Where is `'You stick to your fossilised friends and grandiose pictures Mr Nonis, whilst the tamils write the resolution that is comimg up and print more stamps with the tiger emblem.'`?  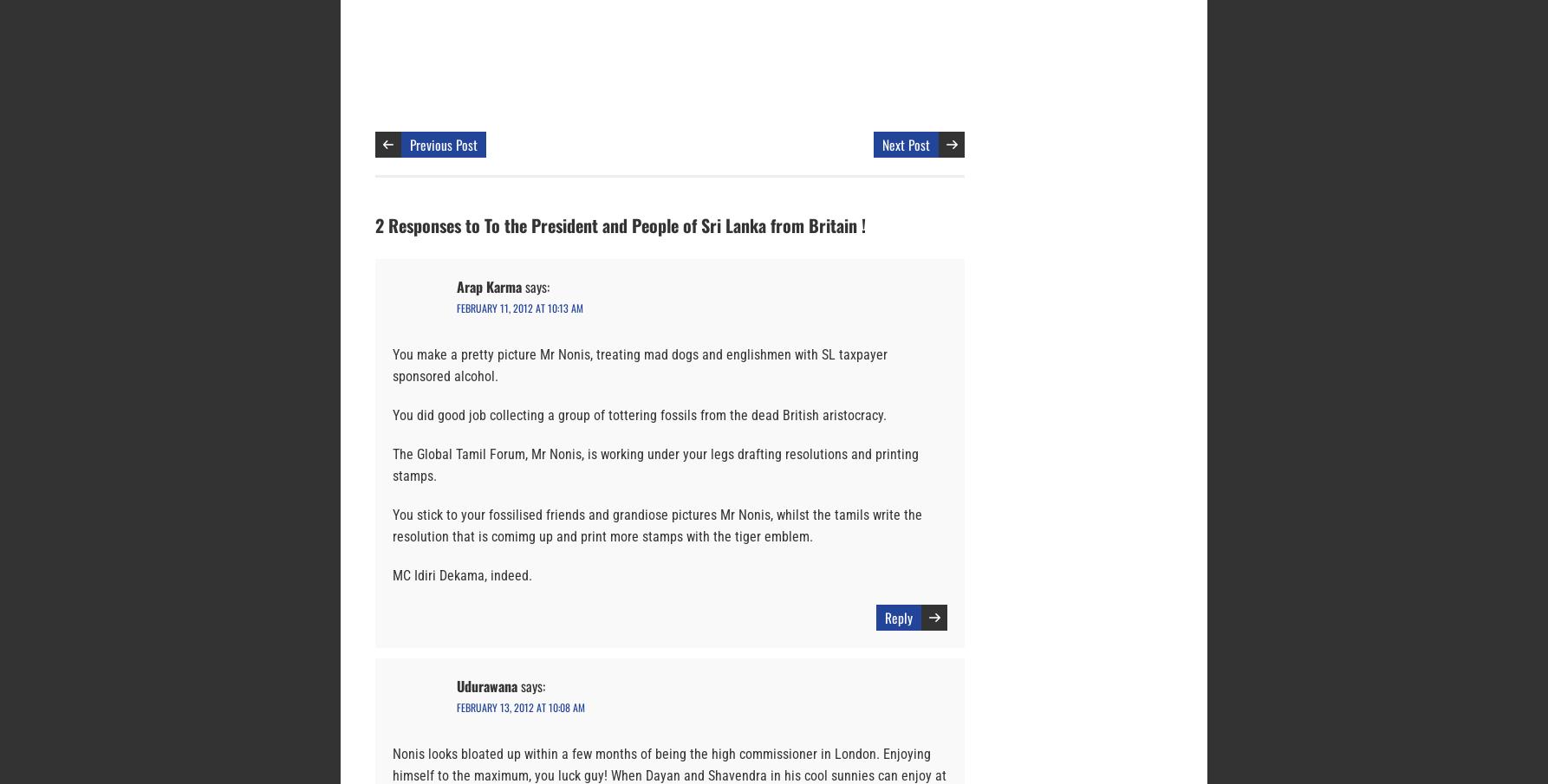 'You stick to your fossilised friends and grandiose pictures Mr Nonis, whilst the tamils write the resolution that is comimg up and print more stamps with the tiger emblem.' is located at coordinates (656, 525).